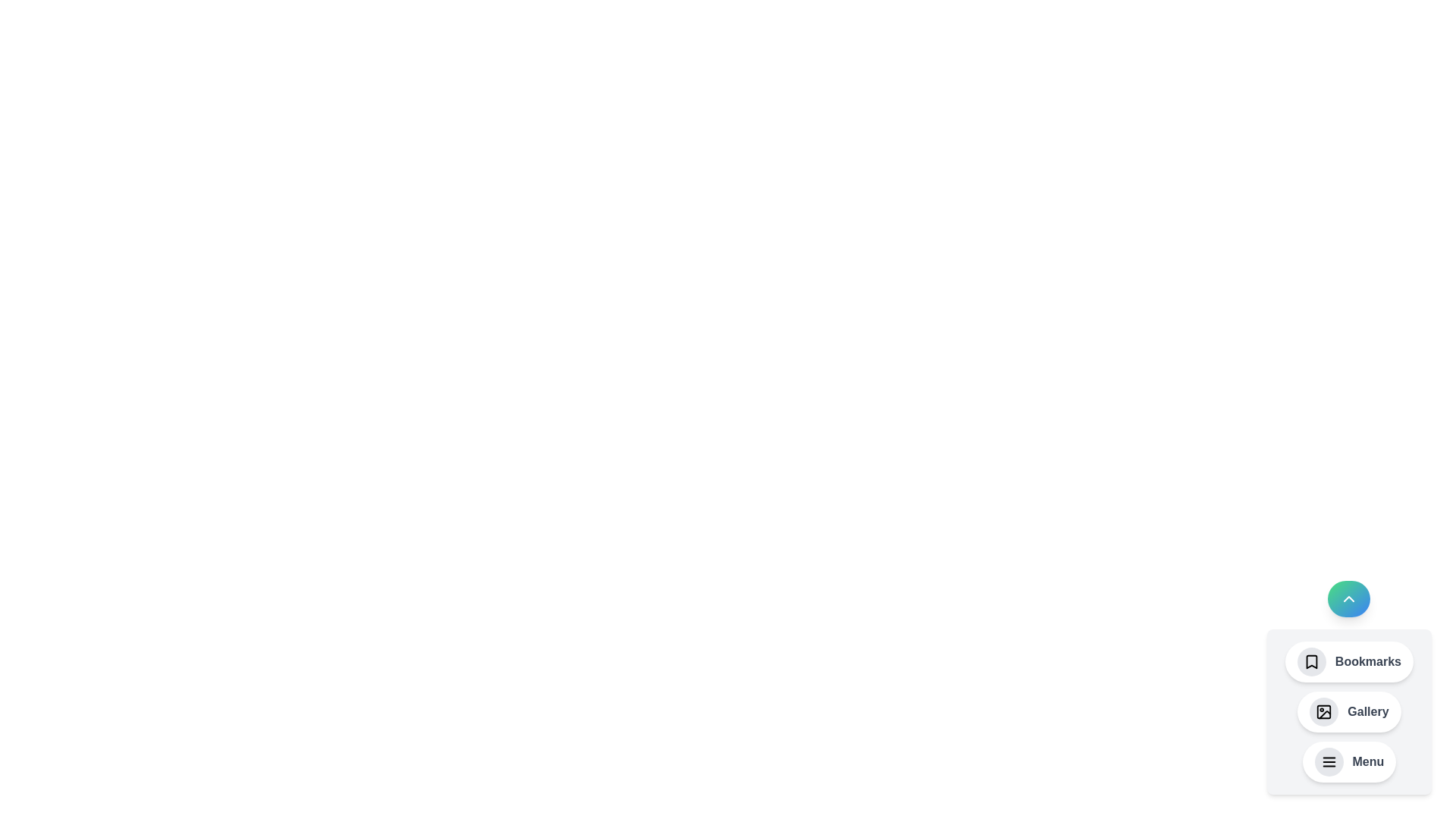 The width and height of the screenshot is (1456, 819). What do you see at coordinates (1349, 598) in the screenshot?
I see `the main button to toggle the menu visibility` at bounding box center [1349, 598].